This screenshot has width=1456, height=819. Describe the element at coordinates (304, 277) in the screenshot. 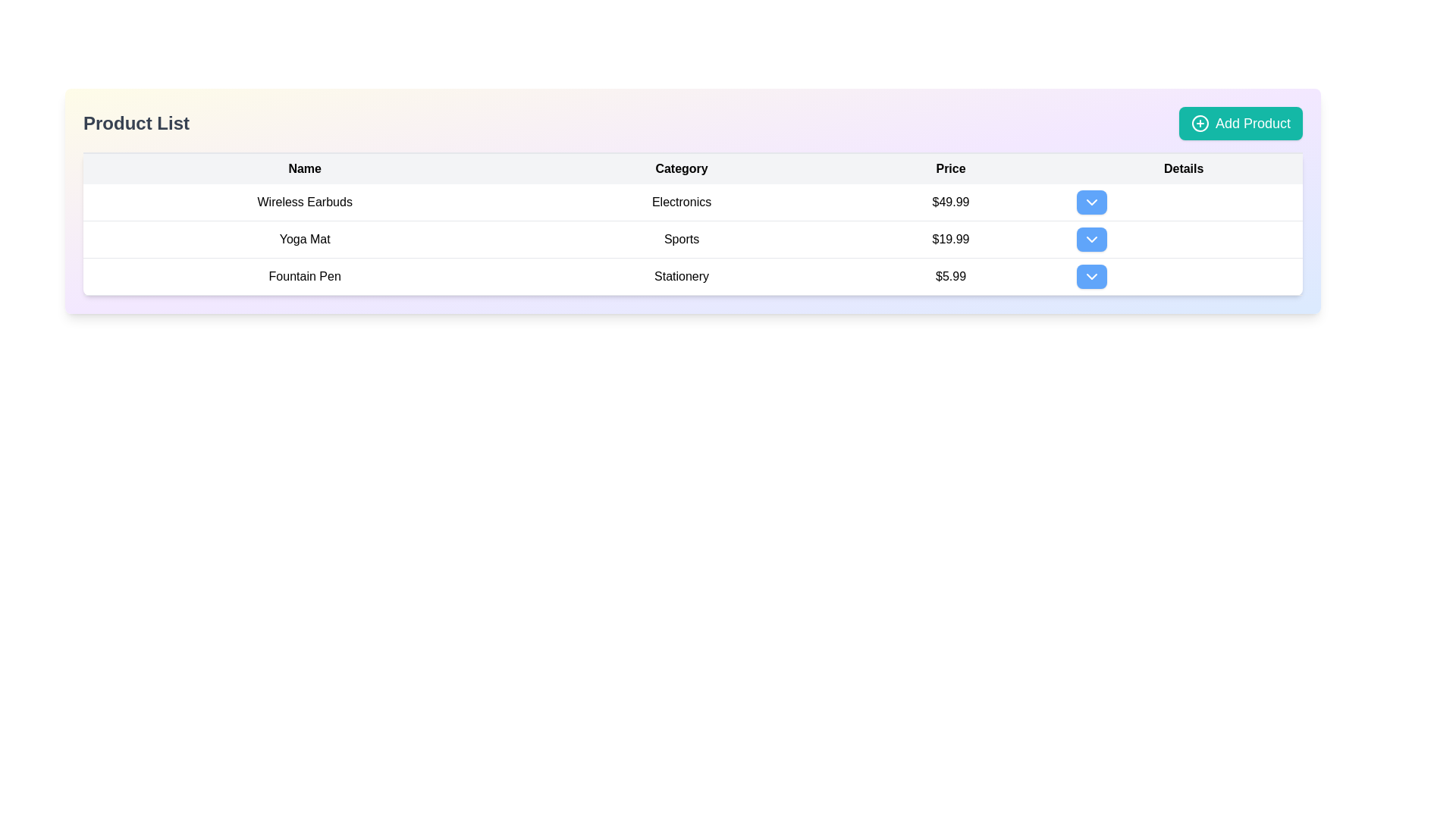

I see `the 'Fountain Pen' text label, which is located in the first column of the third row of a product listing table` at that location.